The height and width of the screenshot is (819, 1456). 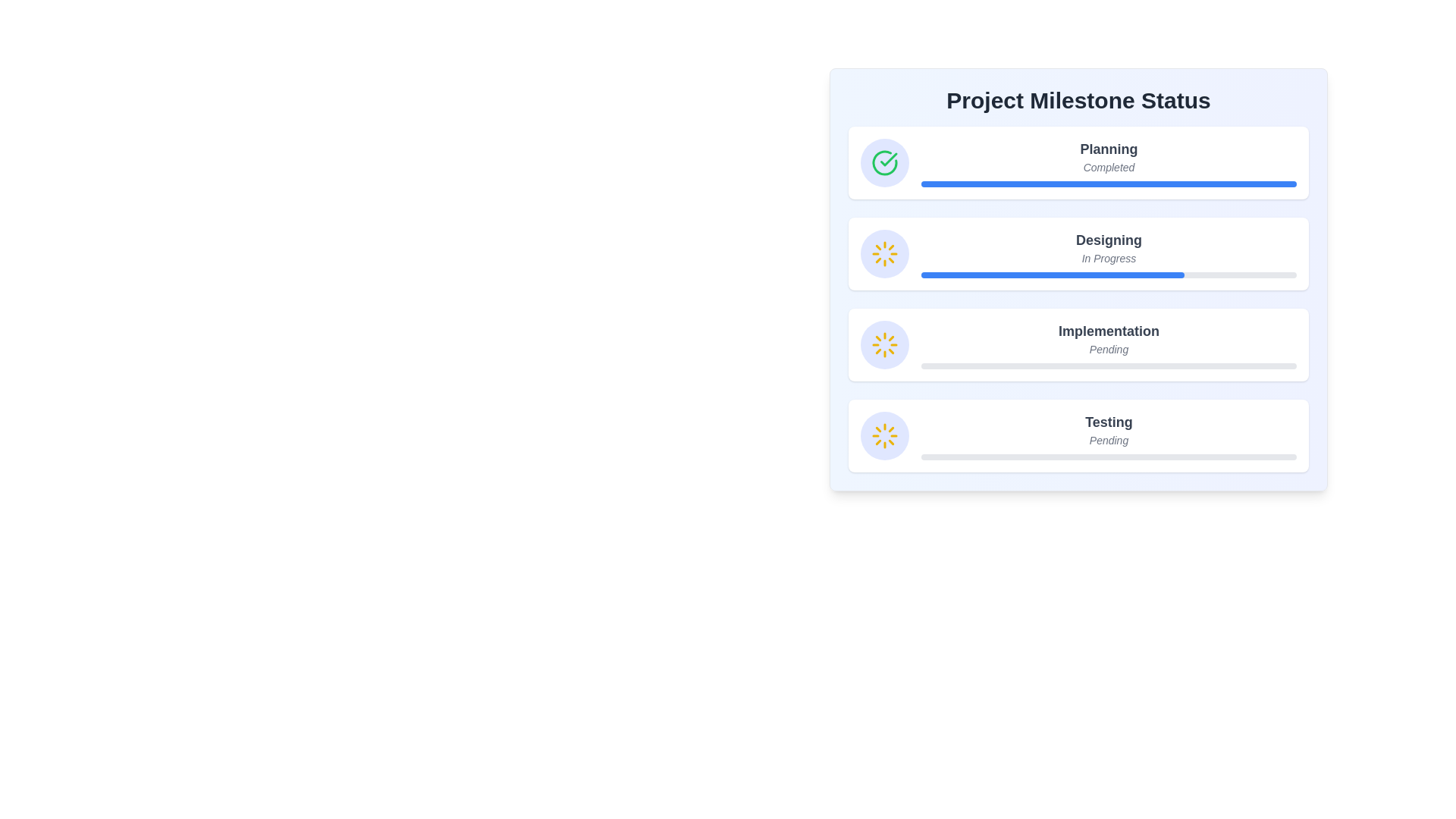 I want to click on the Circular status indicator with an animated loader icon to interact with the 'Designing In Progress' milestone card, so click(x=884, y=253).